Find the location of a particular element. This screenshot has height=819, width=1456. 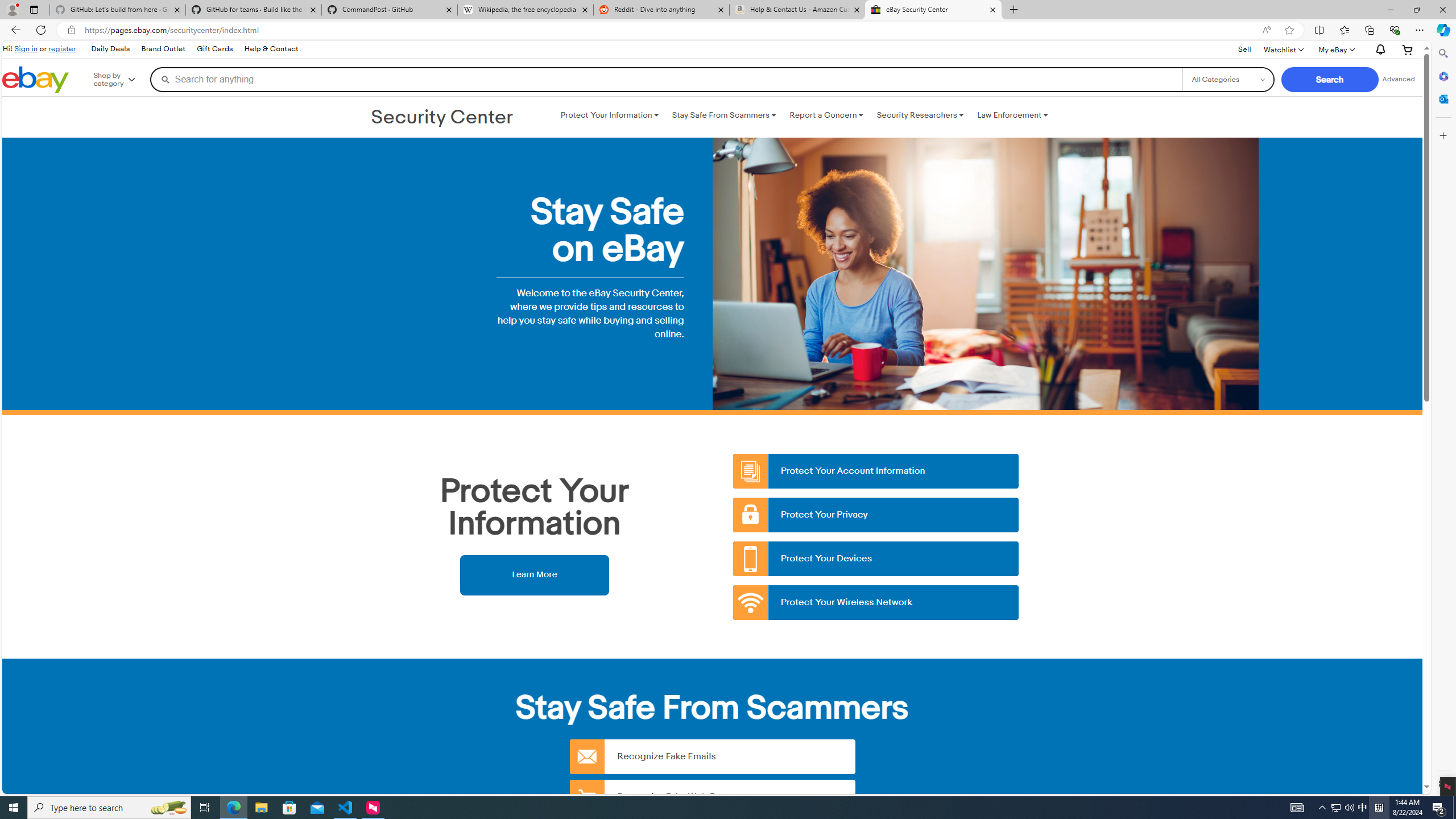

'Law Enforcement ' is located at coordinates (1012, 115).